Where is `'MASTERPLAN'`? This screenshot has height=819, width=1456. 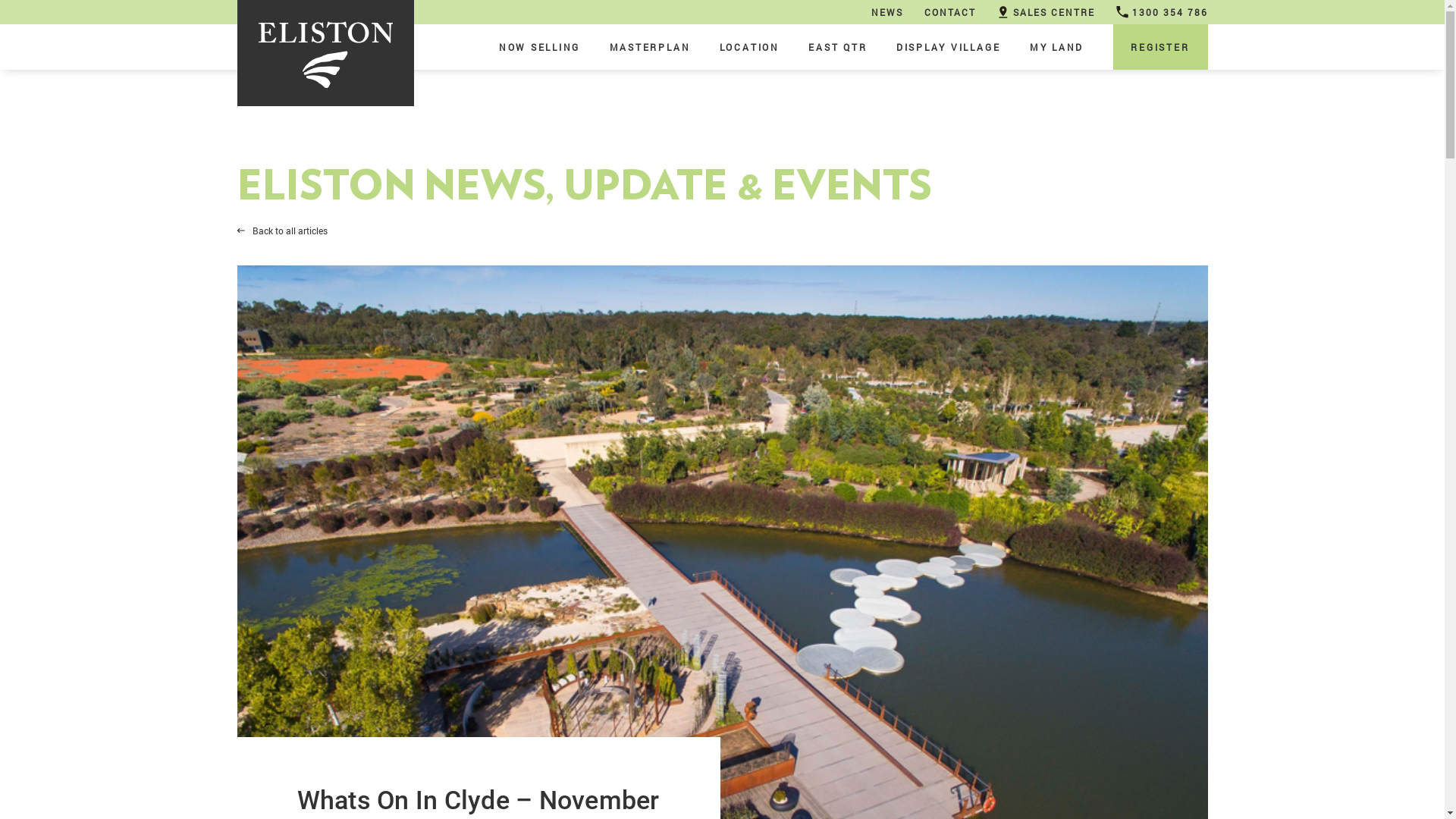 'MASTERPLAN' is located at coordinates (650, 45).